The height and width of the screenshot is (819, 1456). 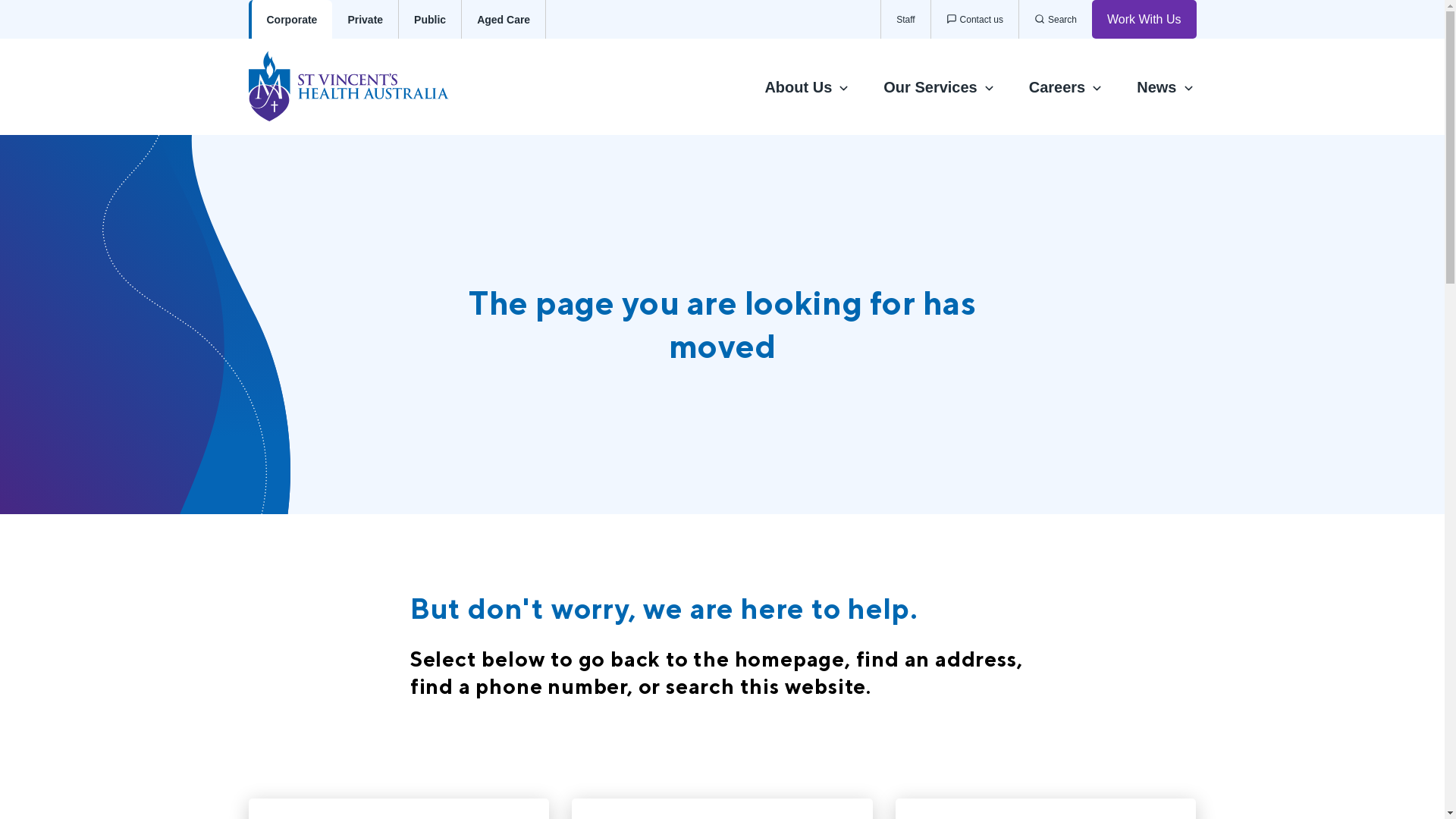 I want to click on 'Staff', so click(x=905, y=19).